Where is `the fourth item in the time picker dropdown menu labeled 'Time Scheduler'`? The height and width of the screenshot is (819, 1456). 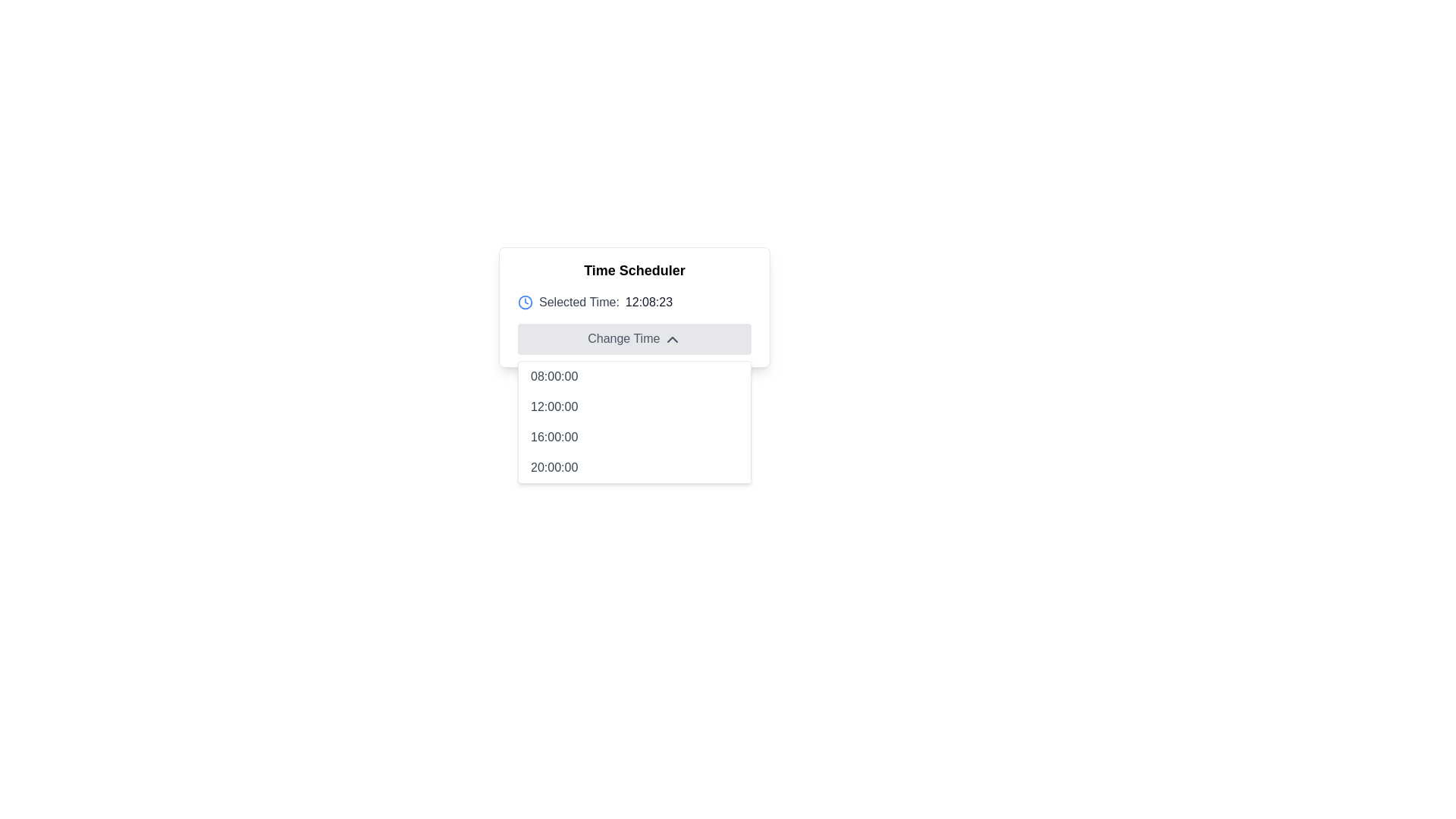 the fourth item in the time picker dropdown menu labeled 'Time Scheduler' is located at coordinates (634, 466).